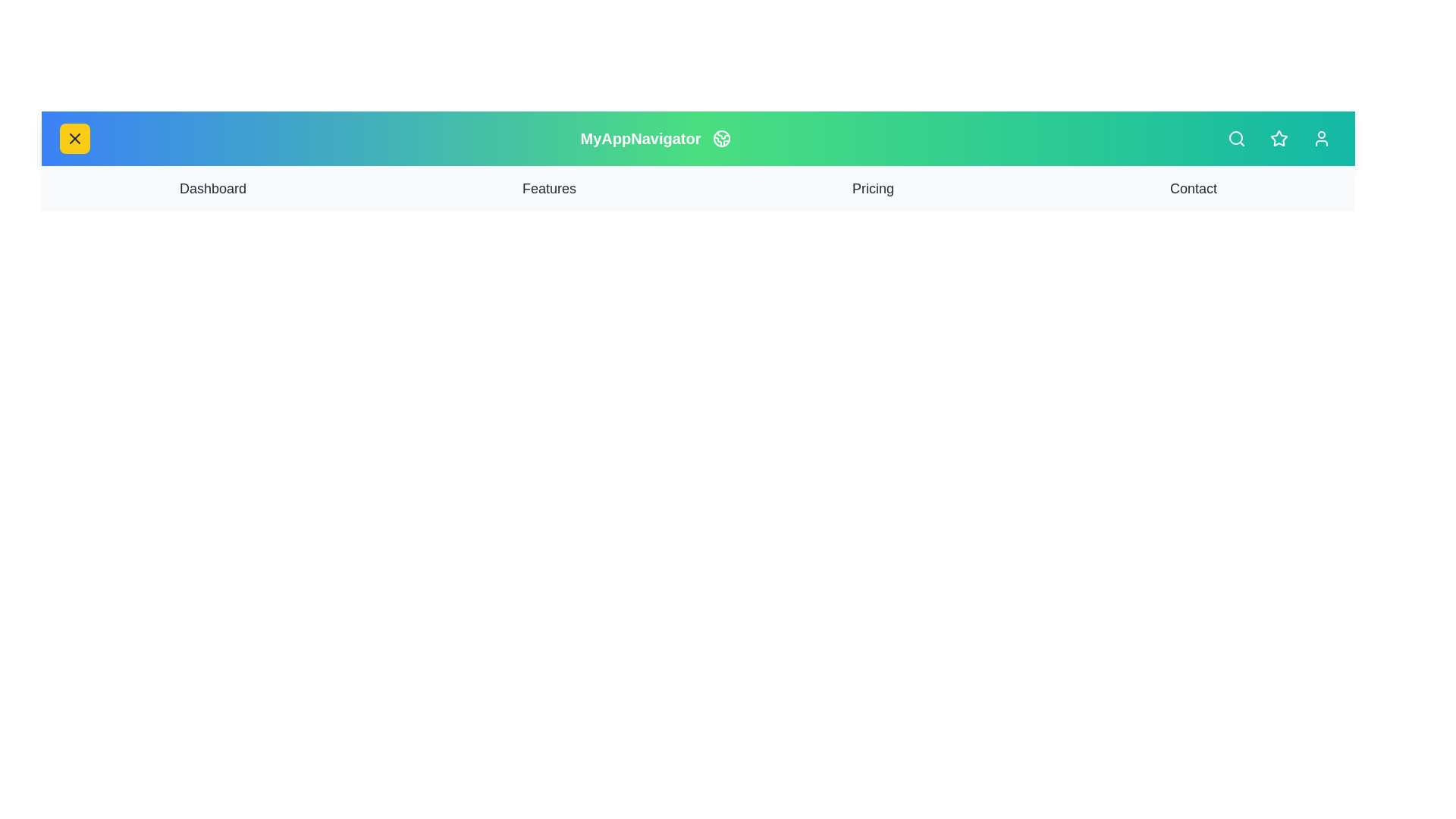  I want to click on the star button to interact with it, so click(1278, 138).